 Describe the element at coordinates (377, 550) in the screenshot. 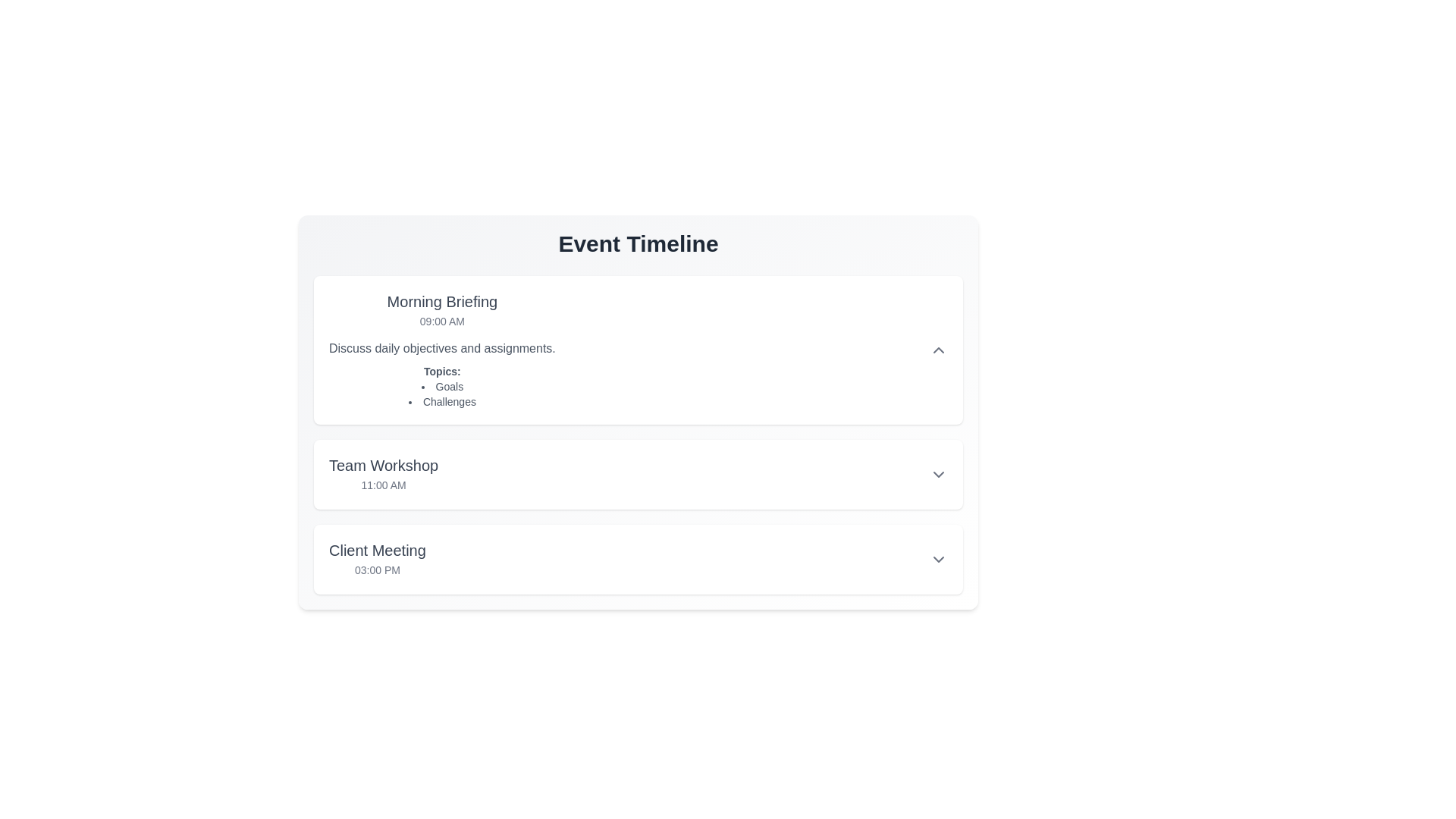

I see `text of the 'Client Meeting' label located above the time '03:00 PM' in the last block of the event timeline` at that location.